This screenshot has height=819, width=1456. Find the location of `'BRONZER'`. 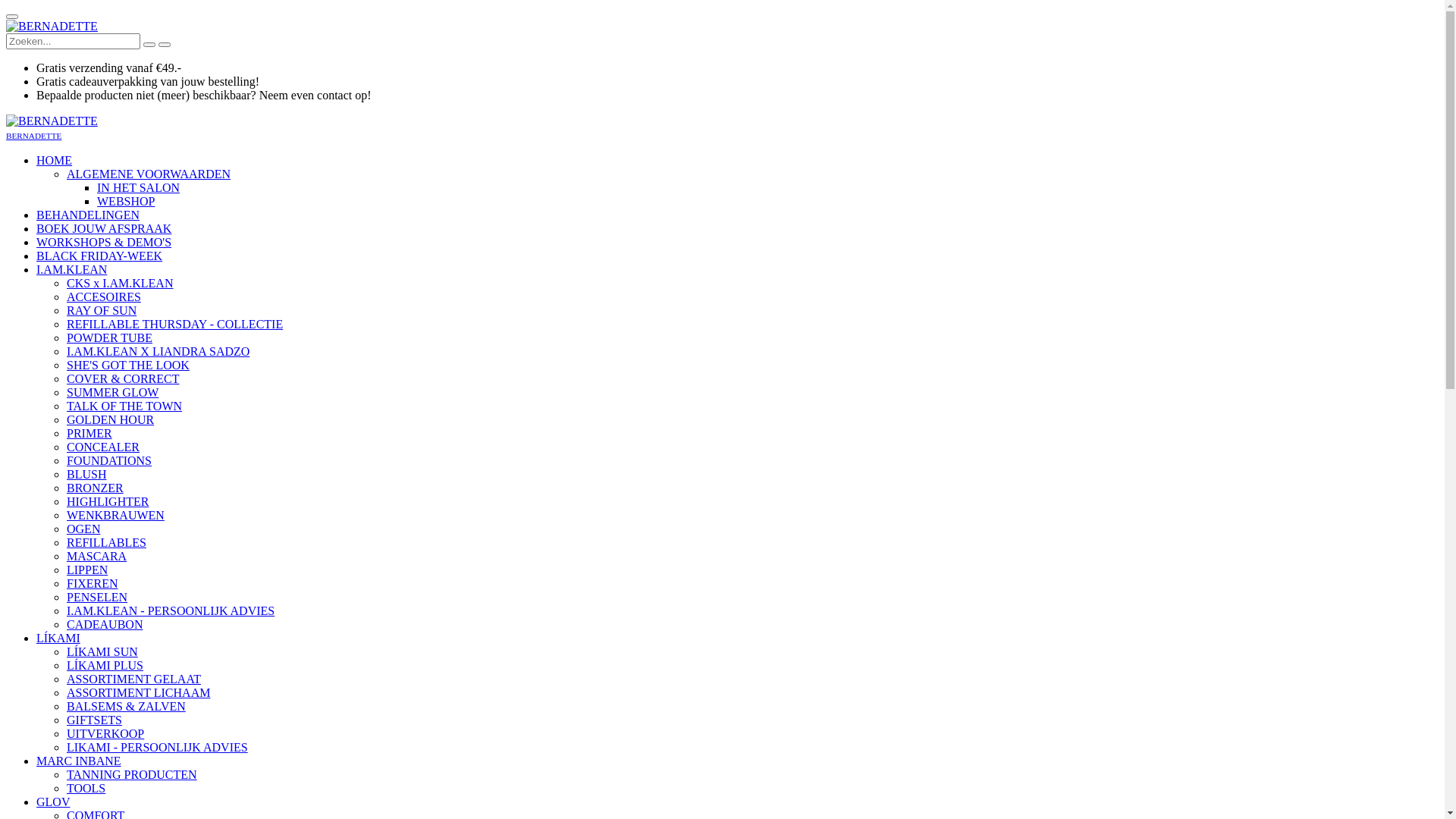

'BRONZER' is located at coordinates (94, 488).